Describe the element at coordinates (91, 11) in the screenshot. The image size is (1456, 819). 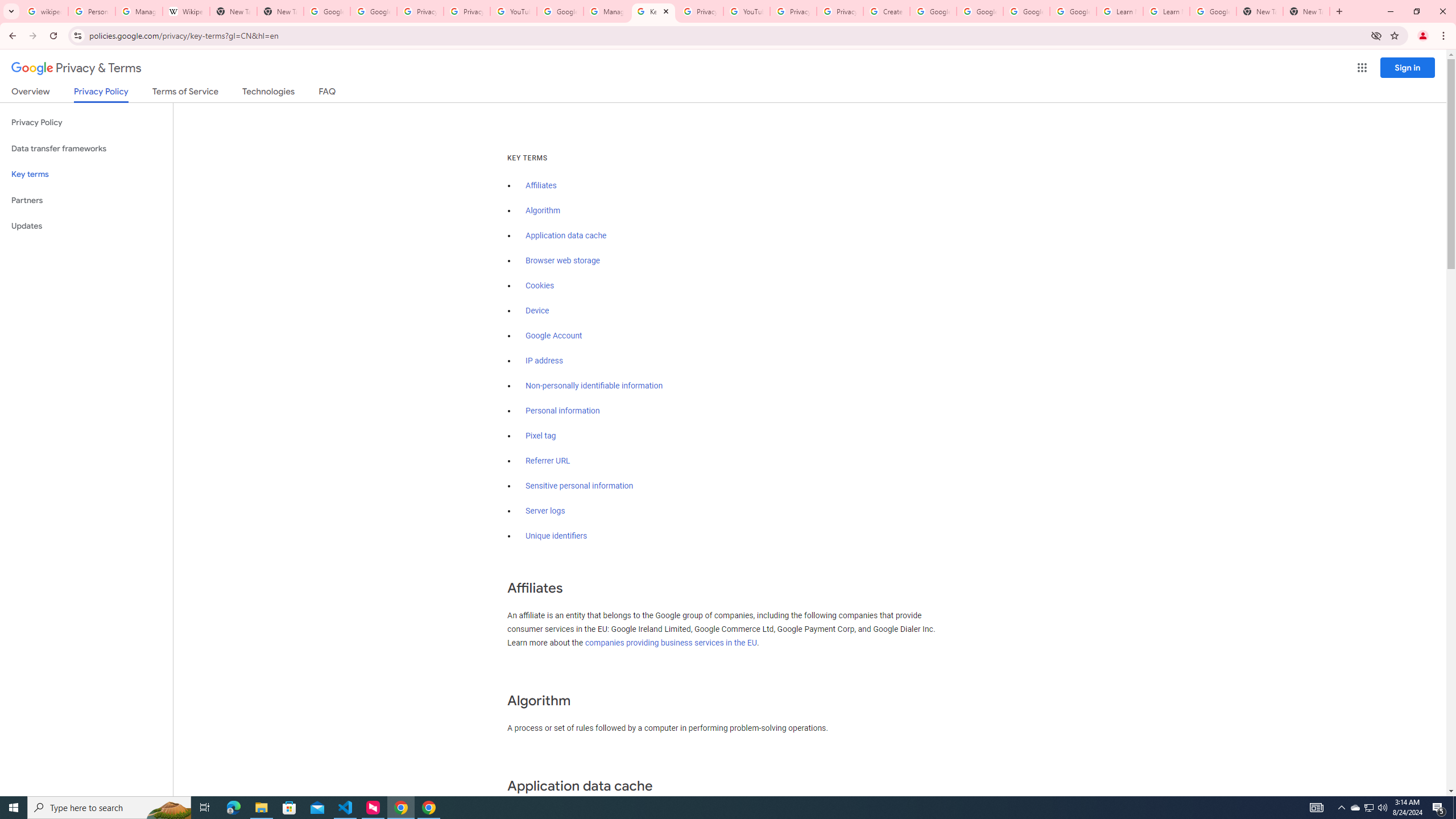
I see `'Personalization & Google Search results - Google Search Help'` at that location.